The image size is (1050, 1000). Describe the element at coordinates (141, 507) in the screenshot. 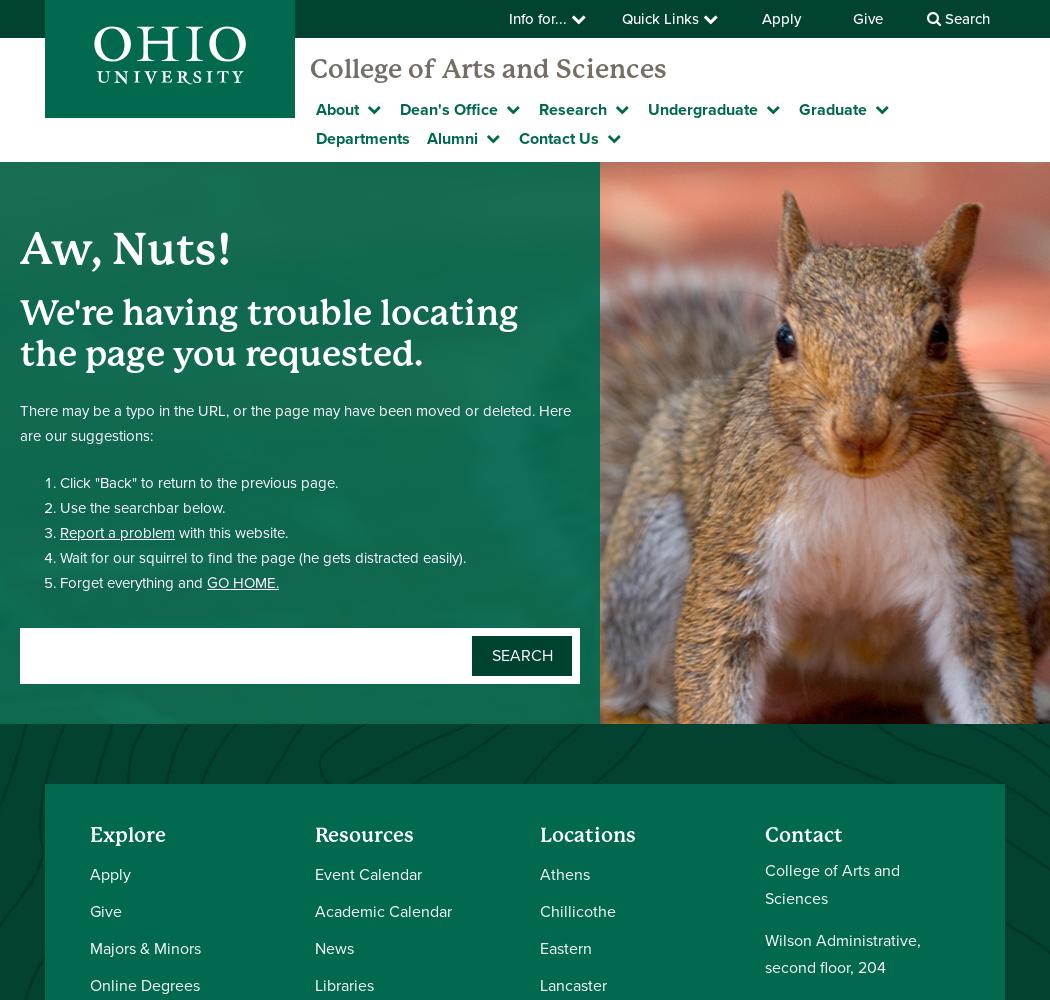

I see `'Use the searchbar below.'` at that location.